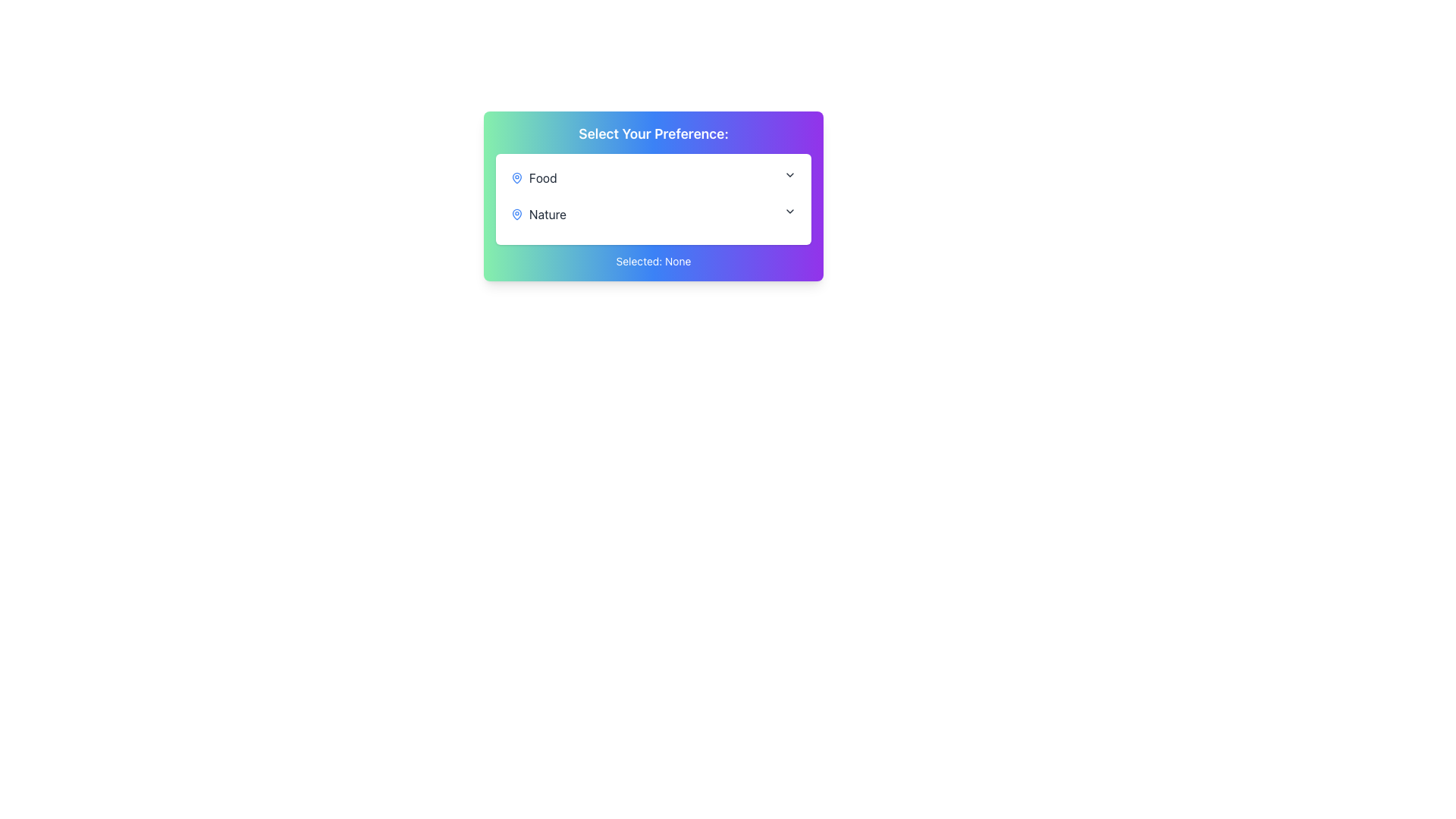  What do you see at coordinates (789, 174) in the screenshot?
I see `the downward-pointing chevron icon located on the far right of the 'Food' selection item in the dropdown list` at bounding box center [789, 174].